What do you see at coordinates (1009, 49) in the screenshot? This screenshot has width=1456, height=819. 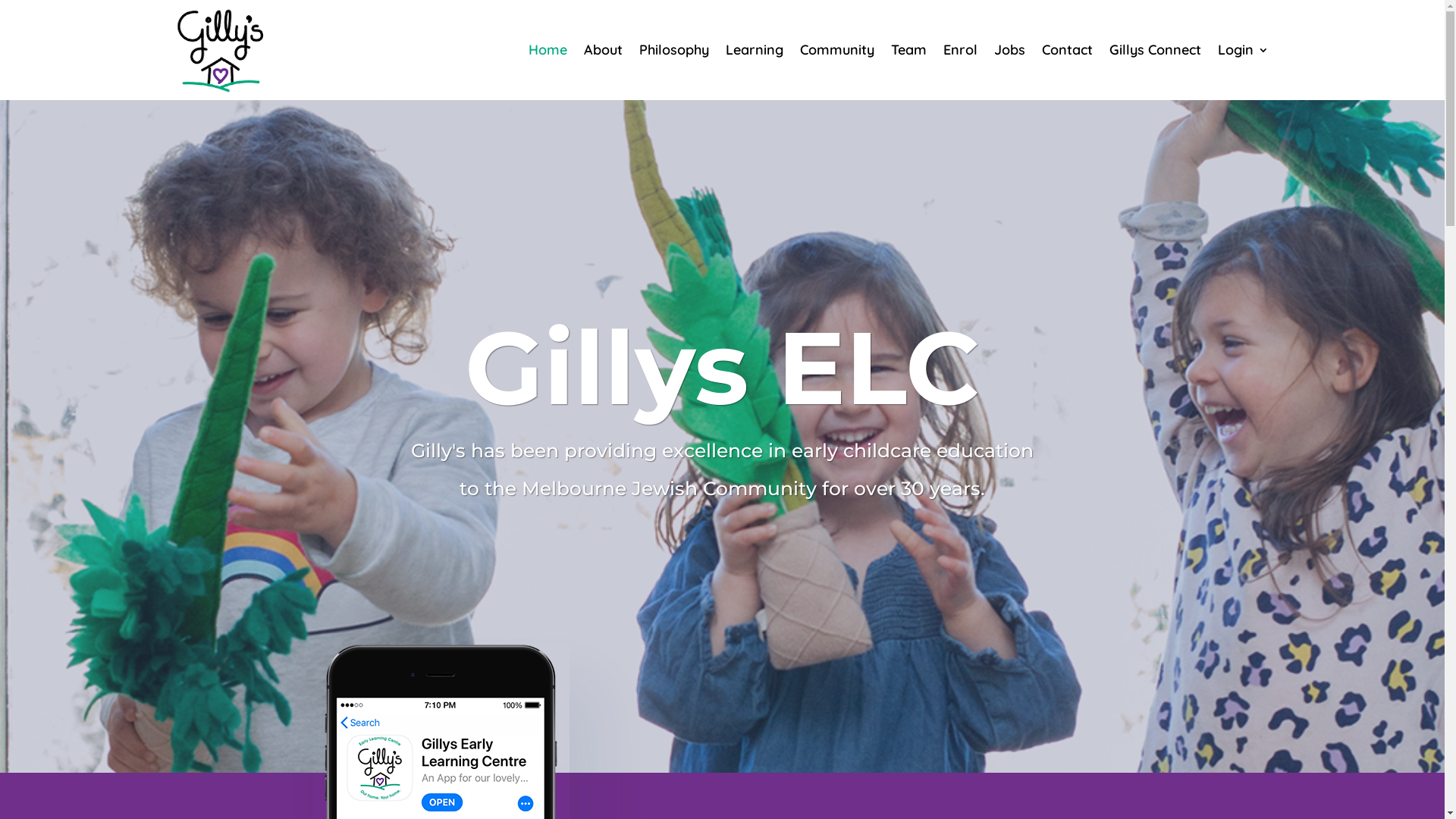 I see `'Jobs'` at bounding box center [1009, 49].